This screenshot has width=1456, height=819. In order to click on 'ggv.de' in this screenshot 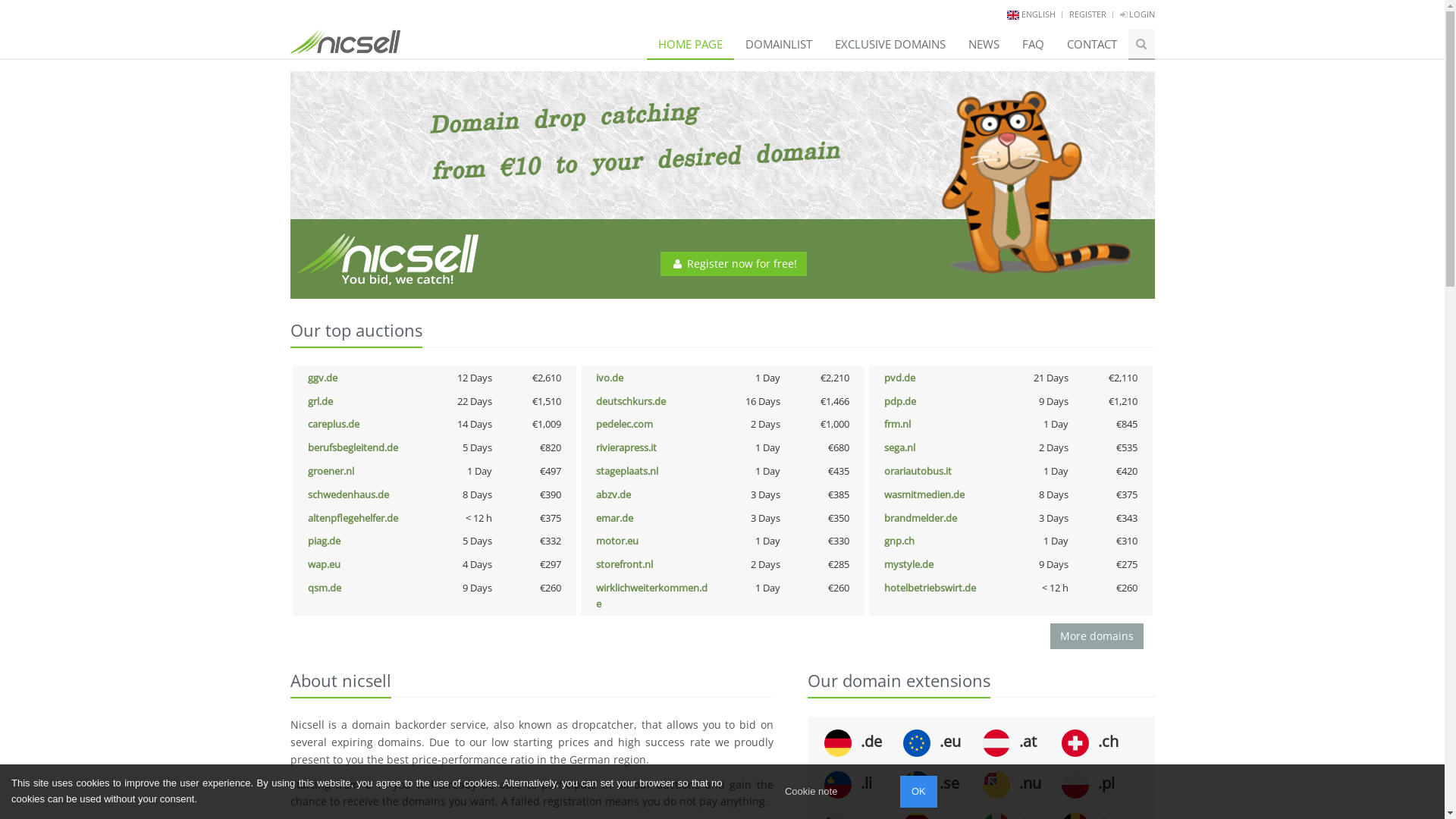, I will do `click(322, 376)`.